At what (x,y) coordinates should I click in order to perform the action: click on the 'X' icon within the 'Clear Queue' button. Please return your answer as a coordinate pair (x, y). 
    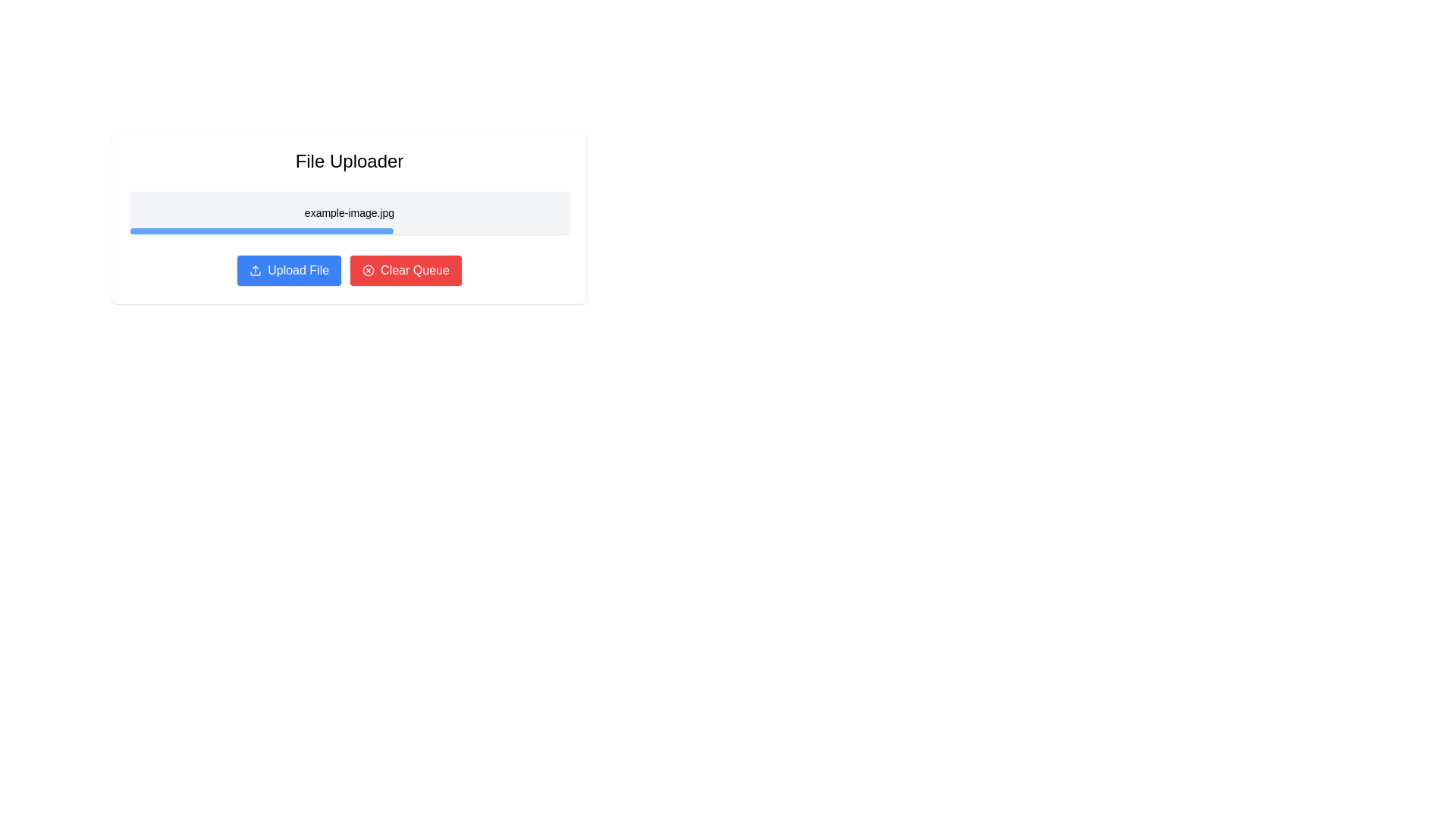
    Looking at the image, I should click on (369, 270).